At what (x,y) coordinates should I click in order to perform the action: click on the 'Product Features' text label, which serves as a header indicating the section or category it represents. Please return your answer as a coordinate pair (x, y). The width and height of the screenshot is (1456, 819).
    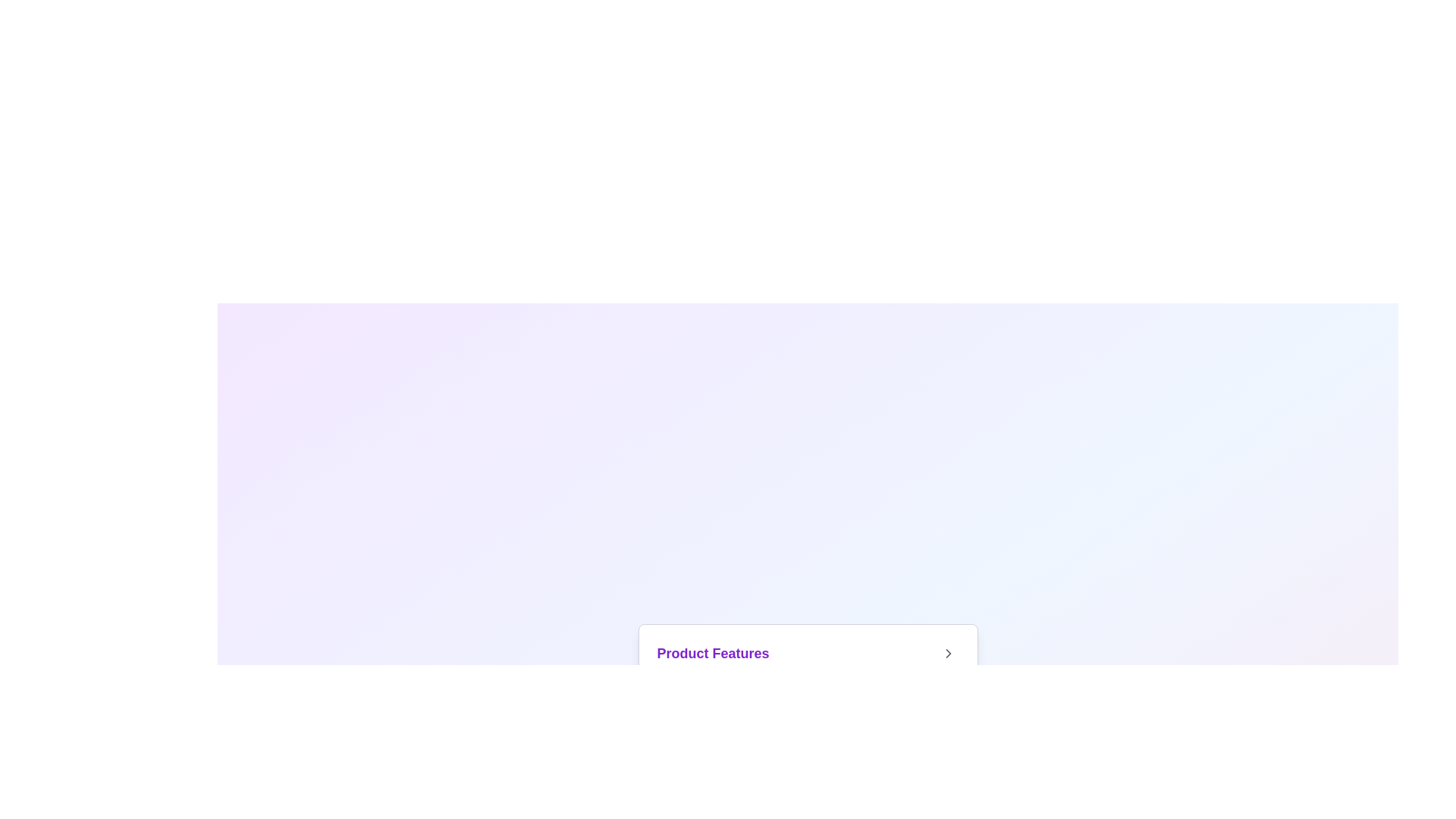
    Looking at the image, I should click on (712, 652).